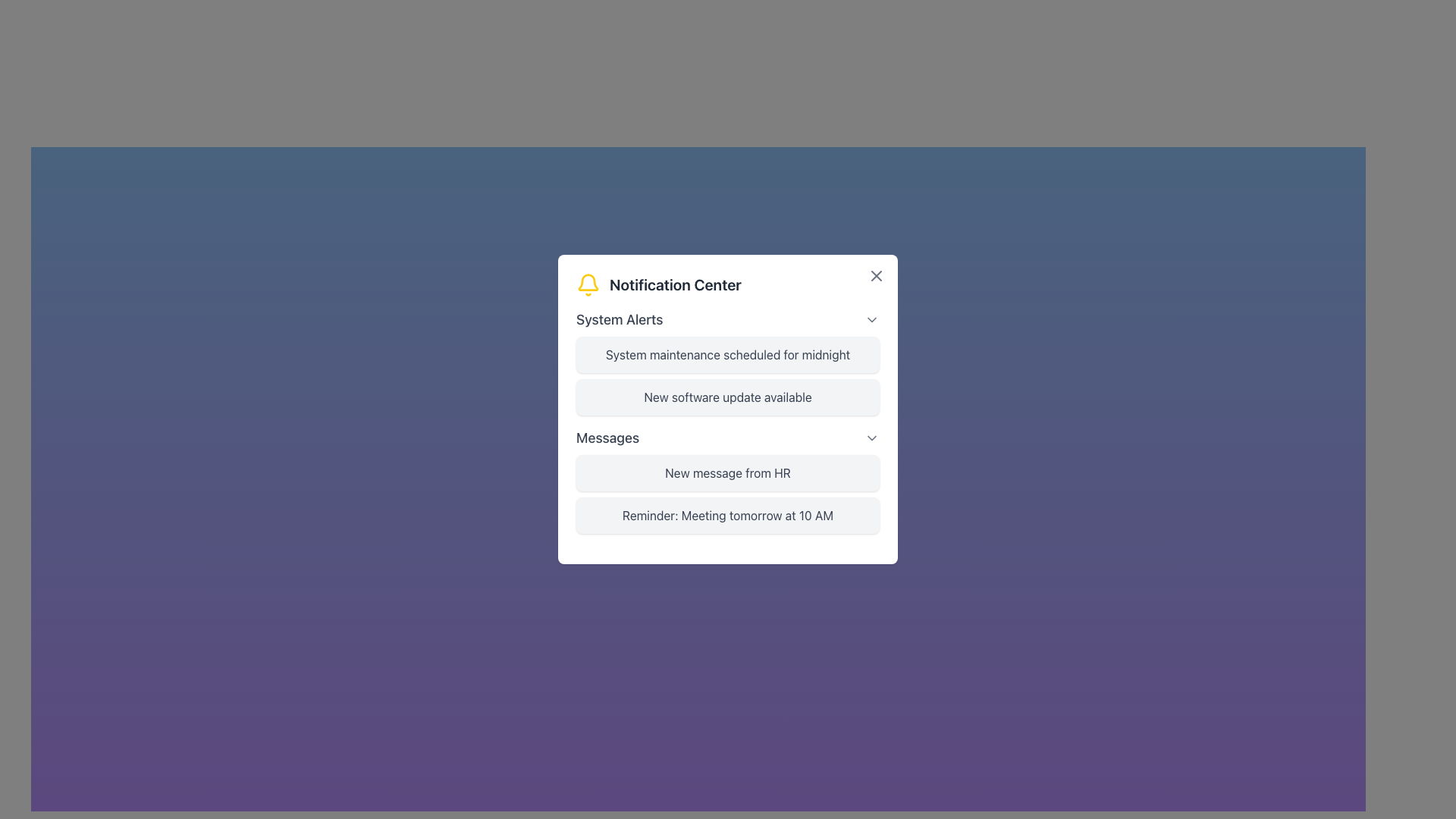 The width and height of the screenshot is (1456, 819). What do you see at coordinates (877, 275) in the screenshot?
I see `the 'X' button in the top-right corner of the 'Notification Center' modal` at bounding box center [877, 275].